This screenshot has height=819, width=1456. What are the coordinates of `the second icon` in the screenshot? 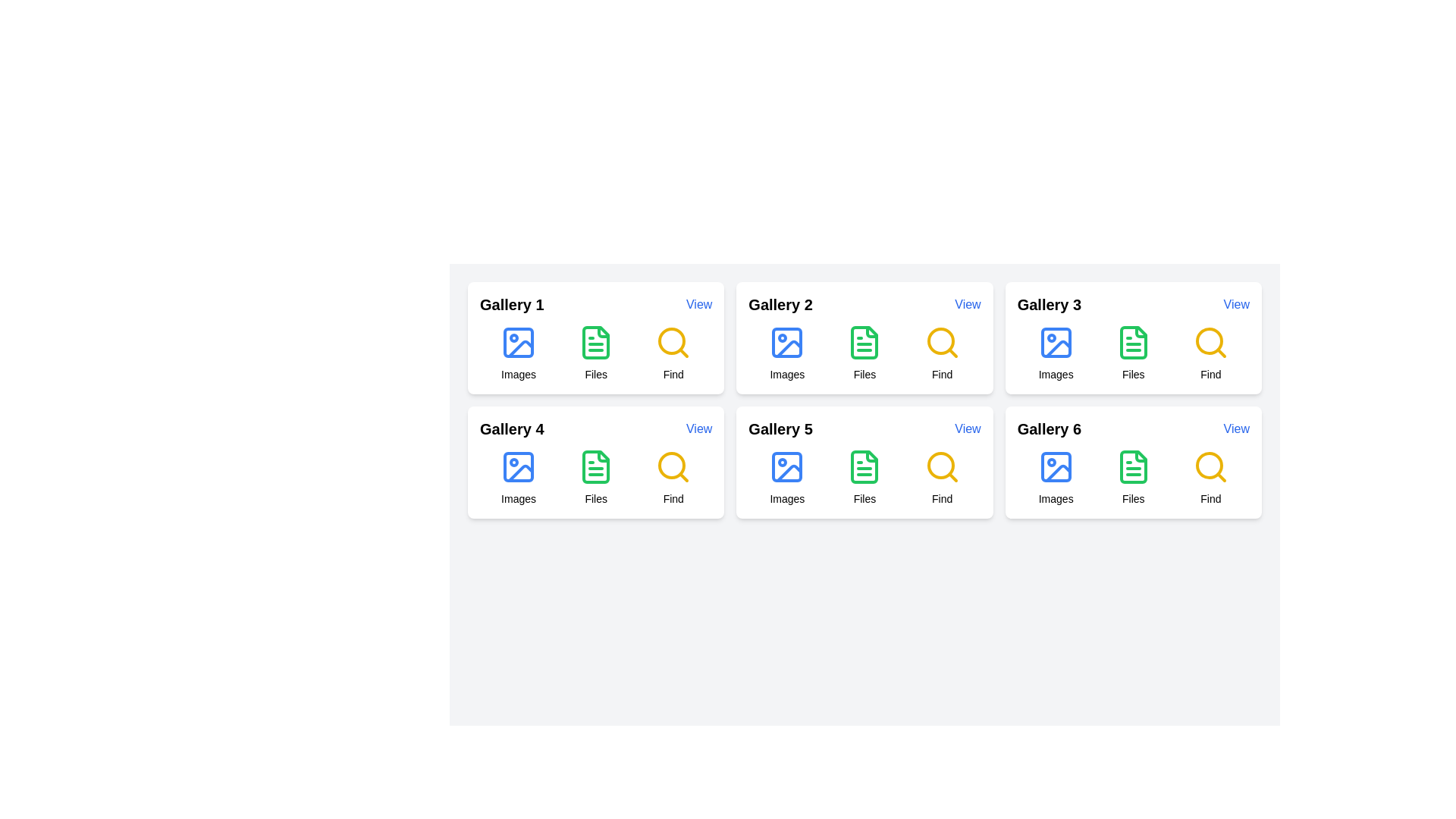 It's located at (595, 466).